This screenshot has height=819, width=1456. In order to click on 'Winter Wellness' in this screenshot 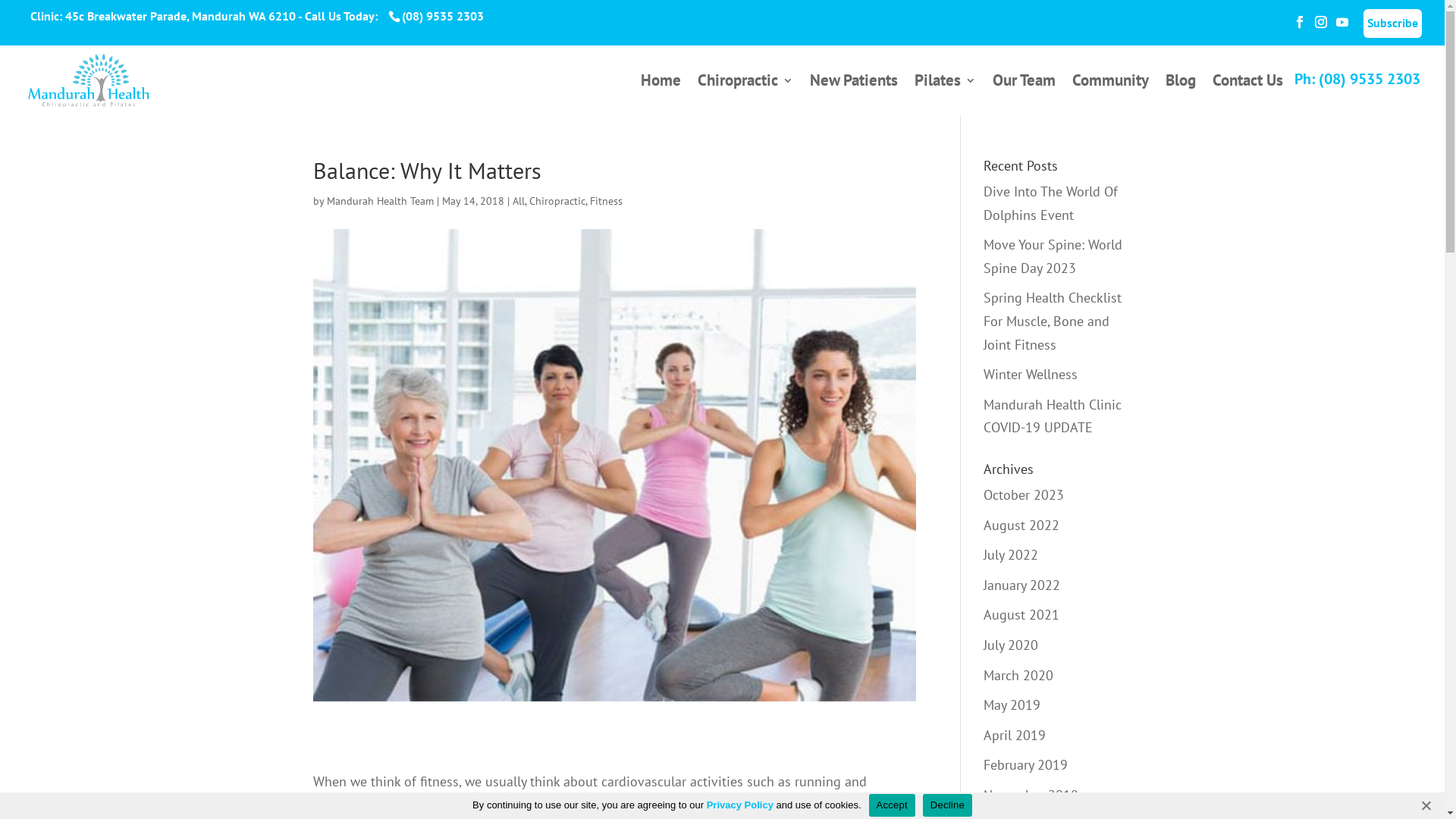, I will do `click(1030, 374)`.